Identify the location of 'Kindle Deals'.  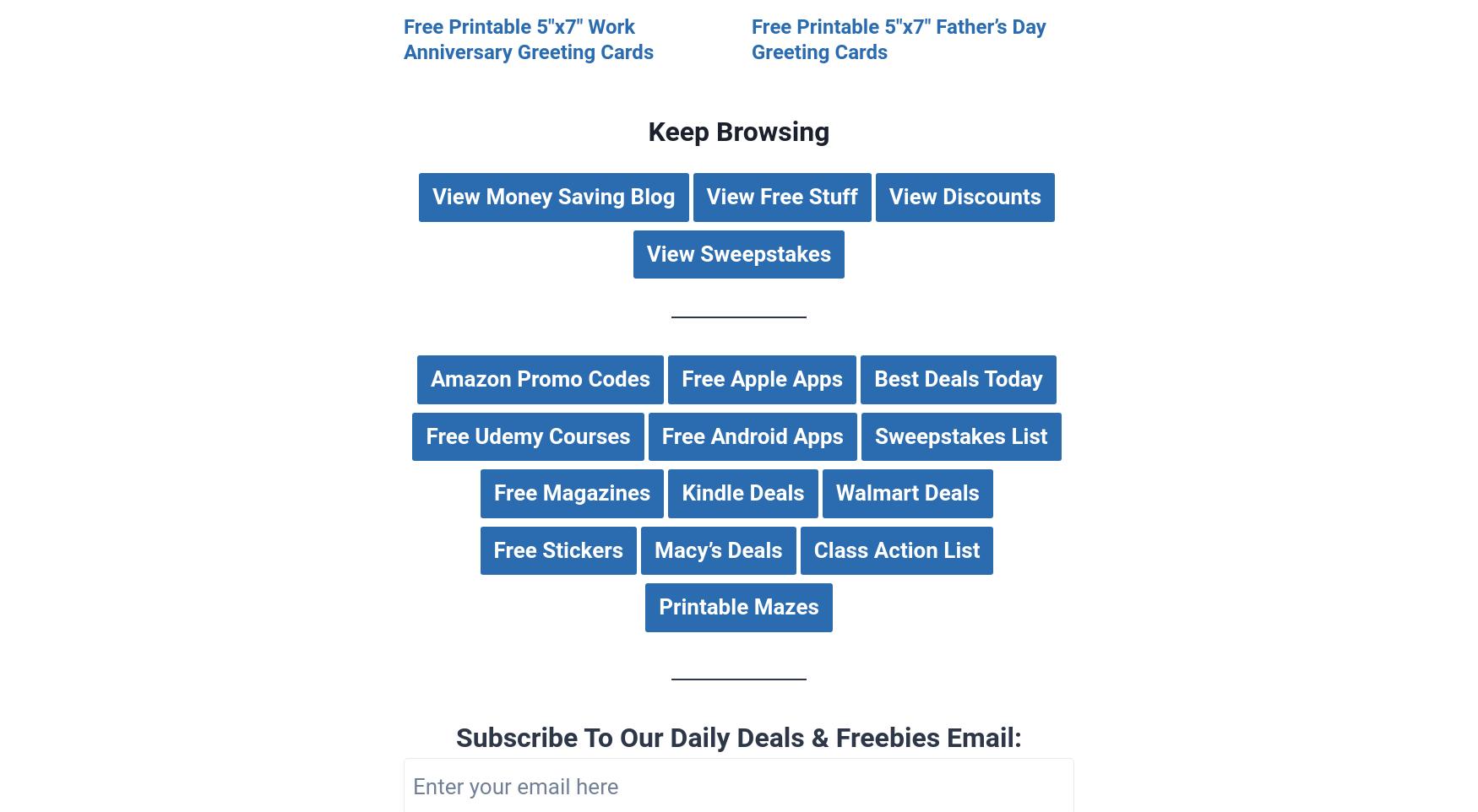
(742, 492).